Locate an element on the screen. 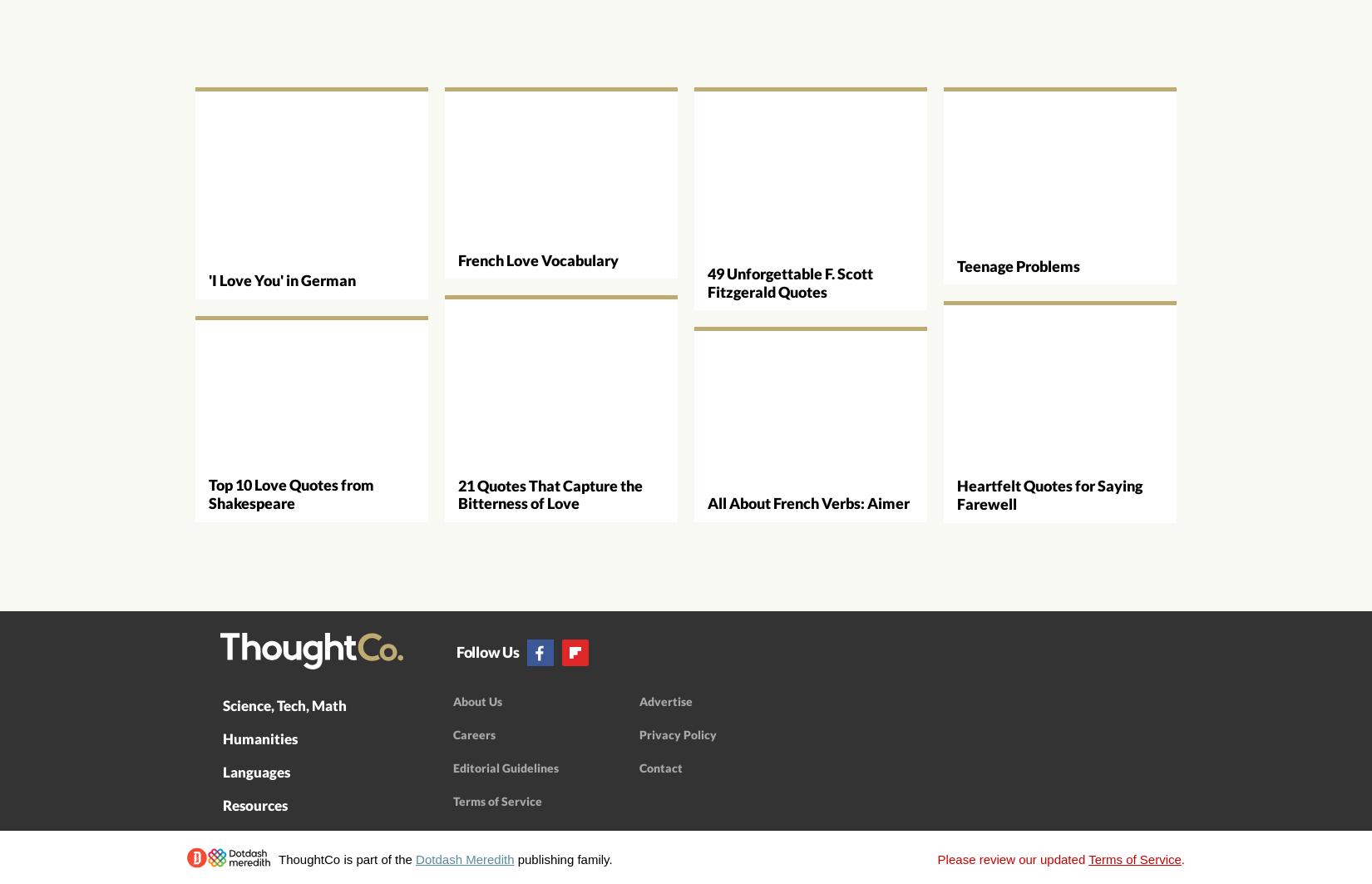  'ThoughtCo is part of the' is located at coordinates (278, 857).